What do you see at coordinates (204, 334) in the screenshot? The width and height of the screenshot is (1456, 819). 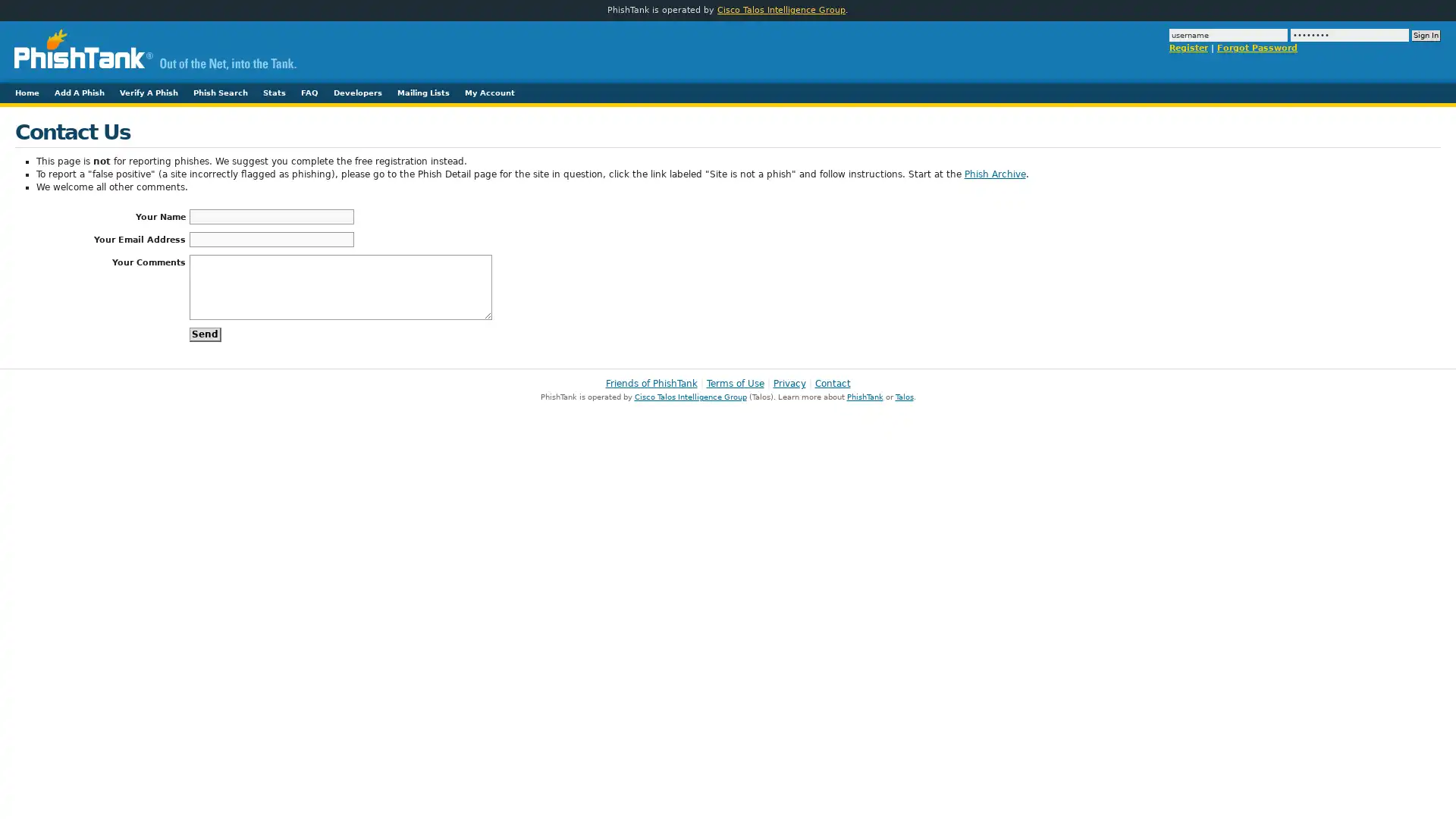 I see `Send` at bounding box center [204, 334].